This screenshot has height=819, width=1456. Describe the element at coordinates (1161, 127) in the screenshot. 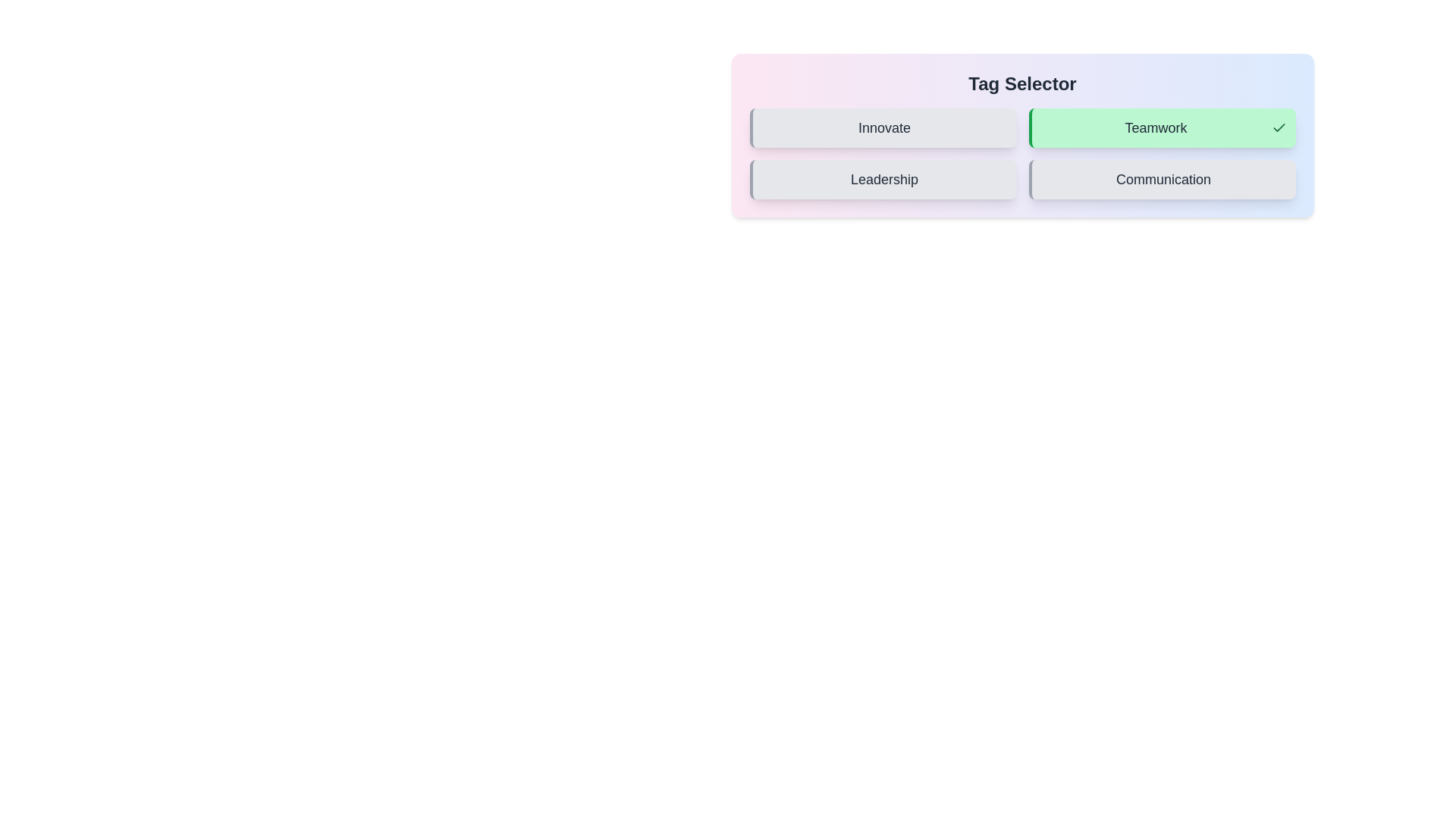

I see `the tag Teamwork to observe hover effects` at that location.